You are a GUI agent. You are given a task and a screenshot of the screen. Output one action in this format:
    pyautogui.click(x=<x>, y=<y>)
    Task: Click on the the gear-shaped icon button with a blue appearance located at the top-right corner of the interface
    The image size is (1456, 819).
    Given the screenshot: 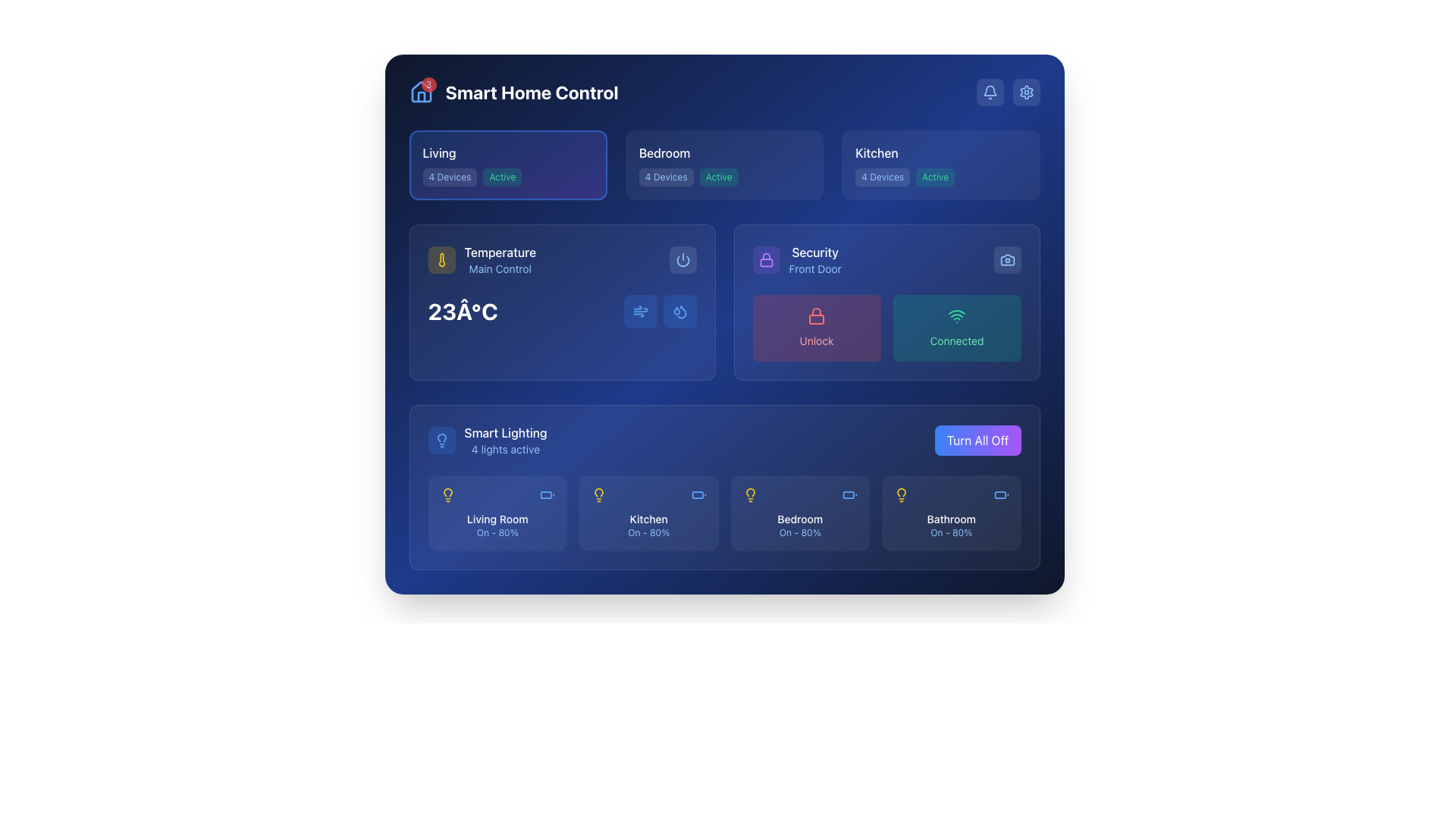 What is the action you would take?
    pyautogui.click(x=1026, y=93)
    